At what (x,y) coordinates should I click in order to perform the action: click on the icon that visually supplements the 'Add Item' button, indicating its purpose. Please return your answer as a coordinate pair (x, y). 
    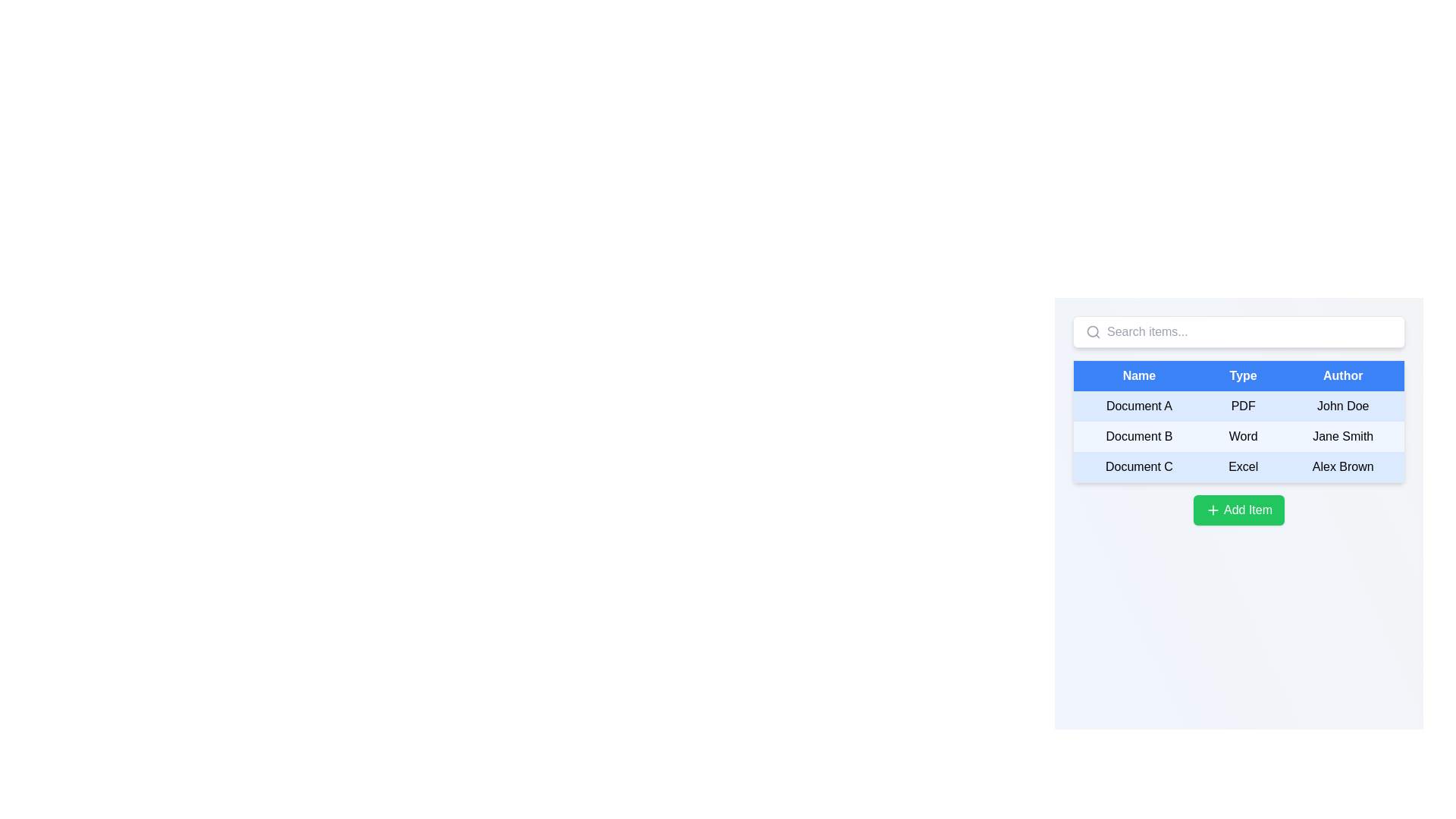
    Looking at the image, I should click on (1212, 510).